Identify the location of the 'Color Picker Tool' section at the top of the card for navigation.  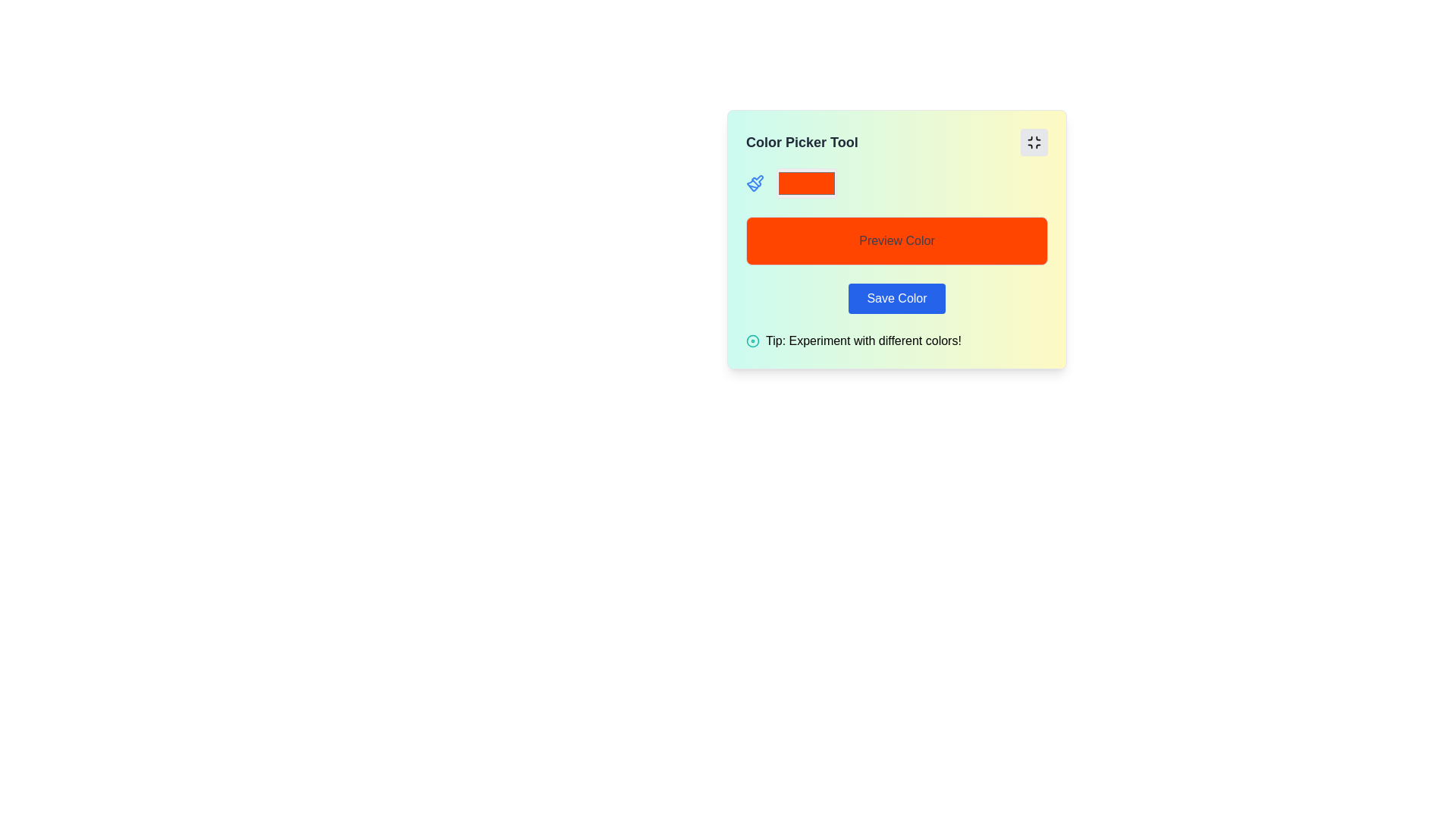
(896, 143).